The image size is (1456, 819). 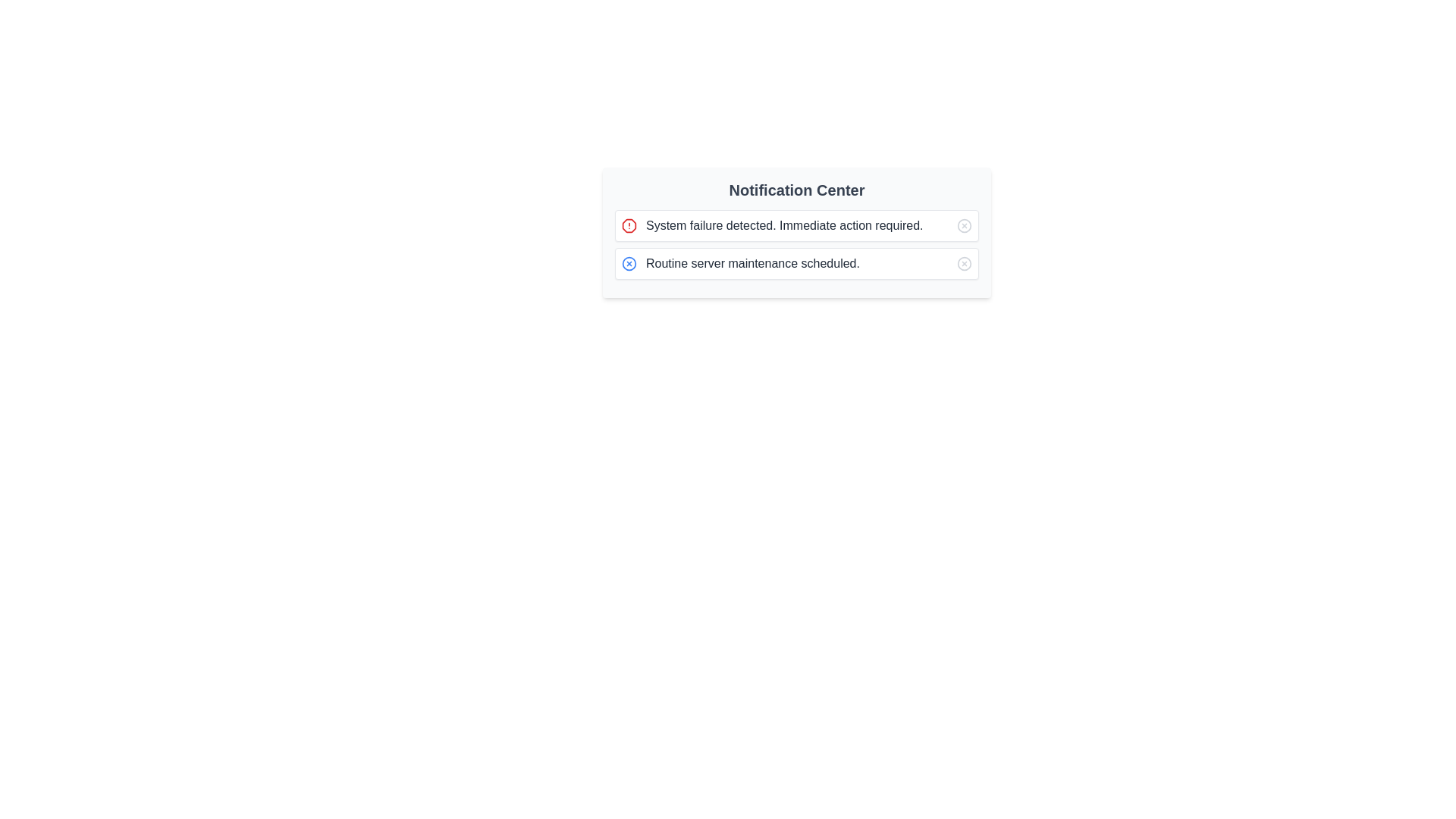 I want to click on the Informative Notification Block that communicates a critical system error, located in the Notification Center above the Routine server maintenance notification, so click(x=796, y=225).